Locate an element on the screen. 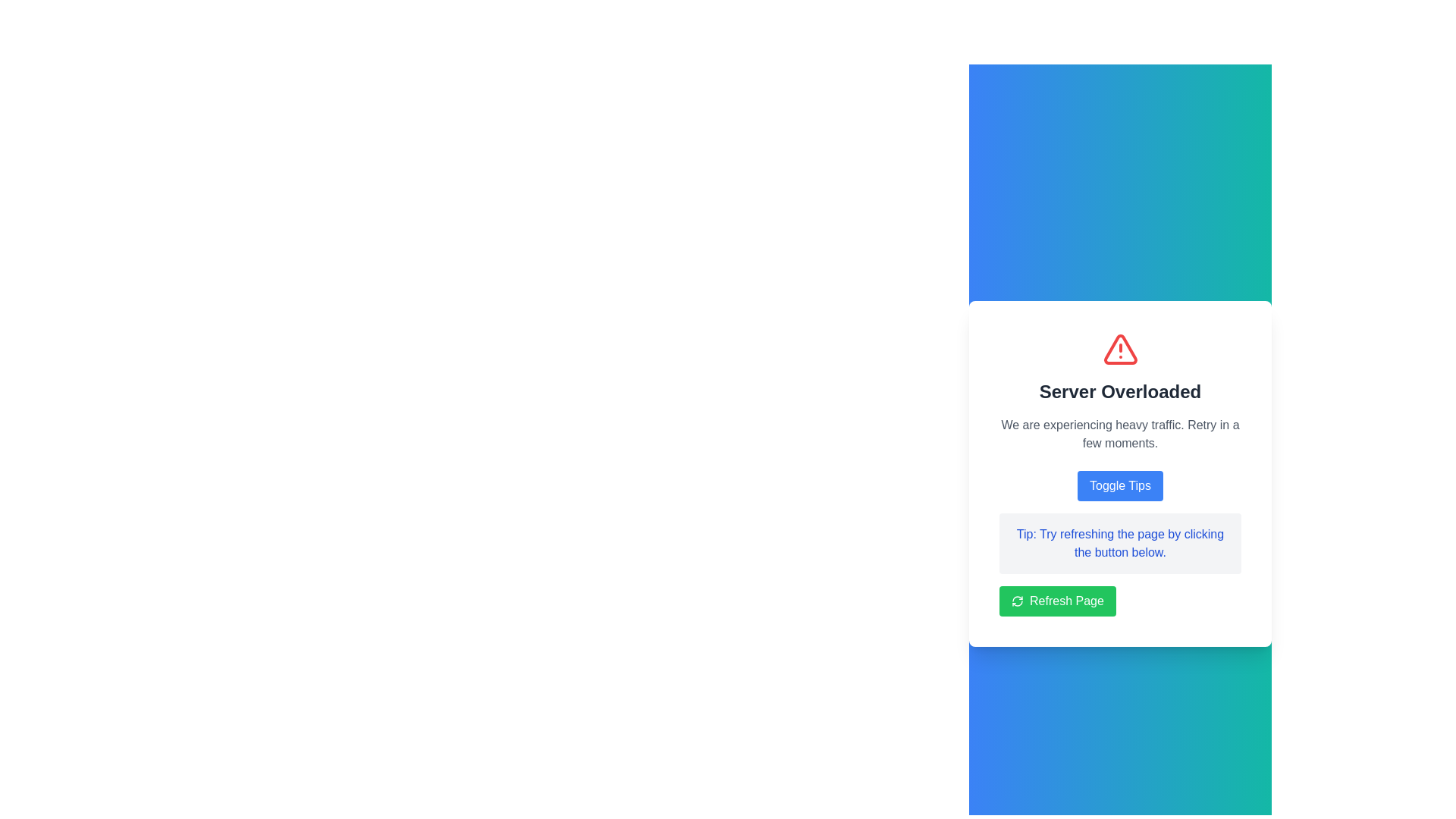  the static text block that displays the server status, located below the title 'Server Overloaded' and above the 'Toggle Tips' button is located at coordinates (1120, 435).